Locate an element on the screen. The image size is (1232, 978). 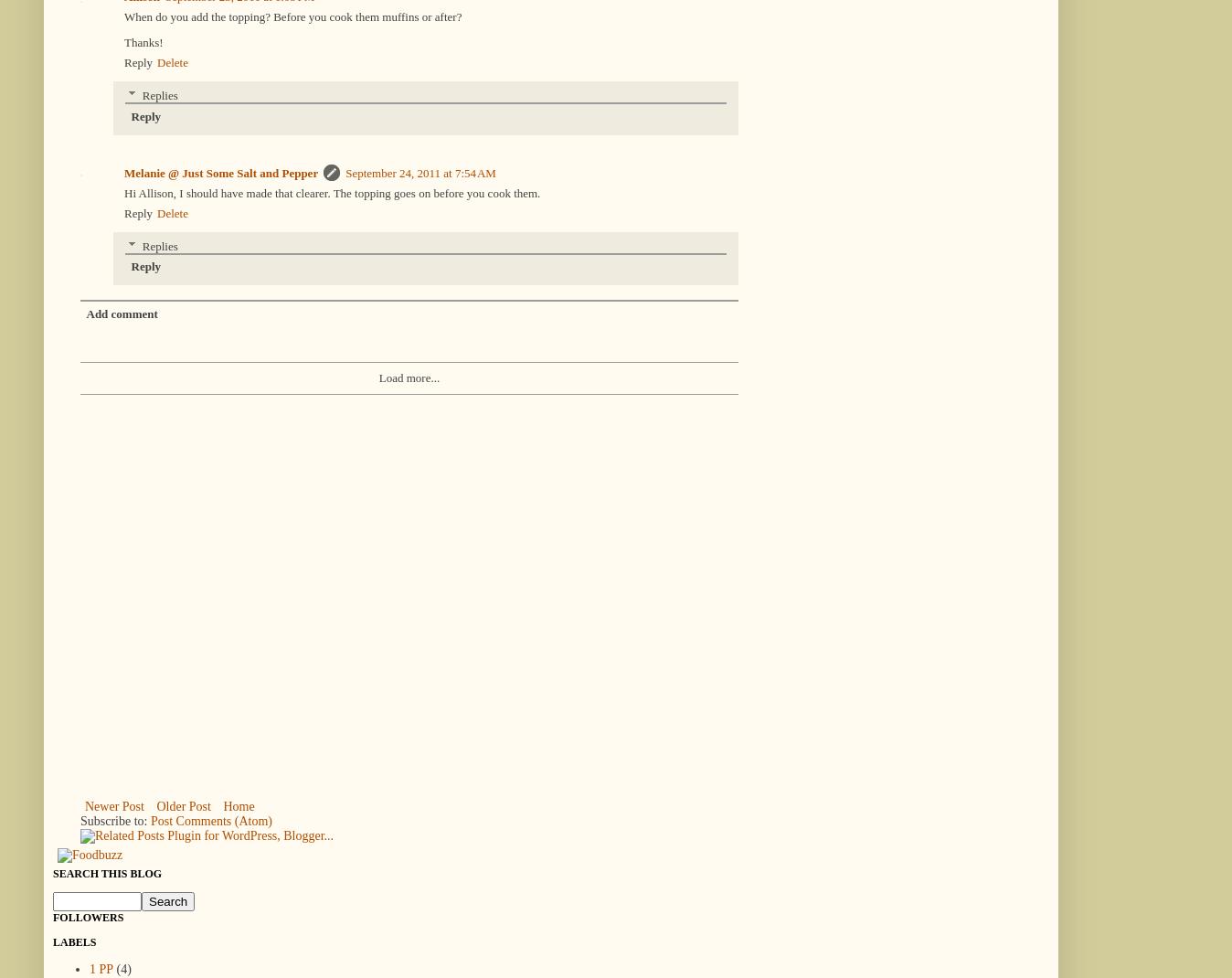
'Newer Post' is located at coordinates (112, 806).